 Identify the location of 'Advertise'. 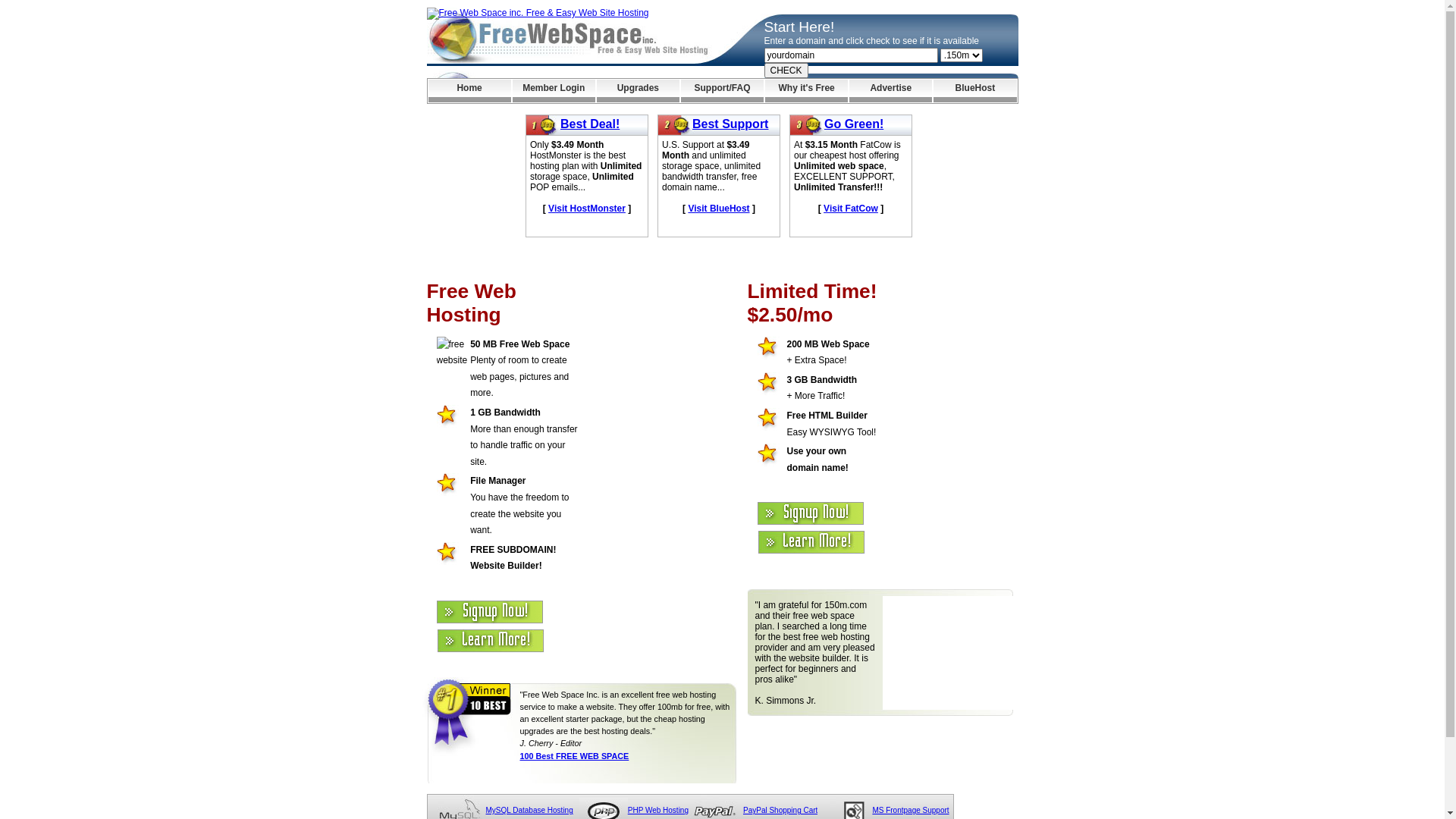
(890, 90).